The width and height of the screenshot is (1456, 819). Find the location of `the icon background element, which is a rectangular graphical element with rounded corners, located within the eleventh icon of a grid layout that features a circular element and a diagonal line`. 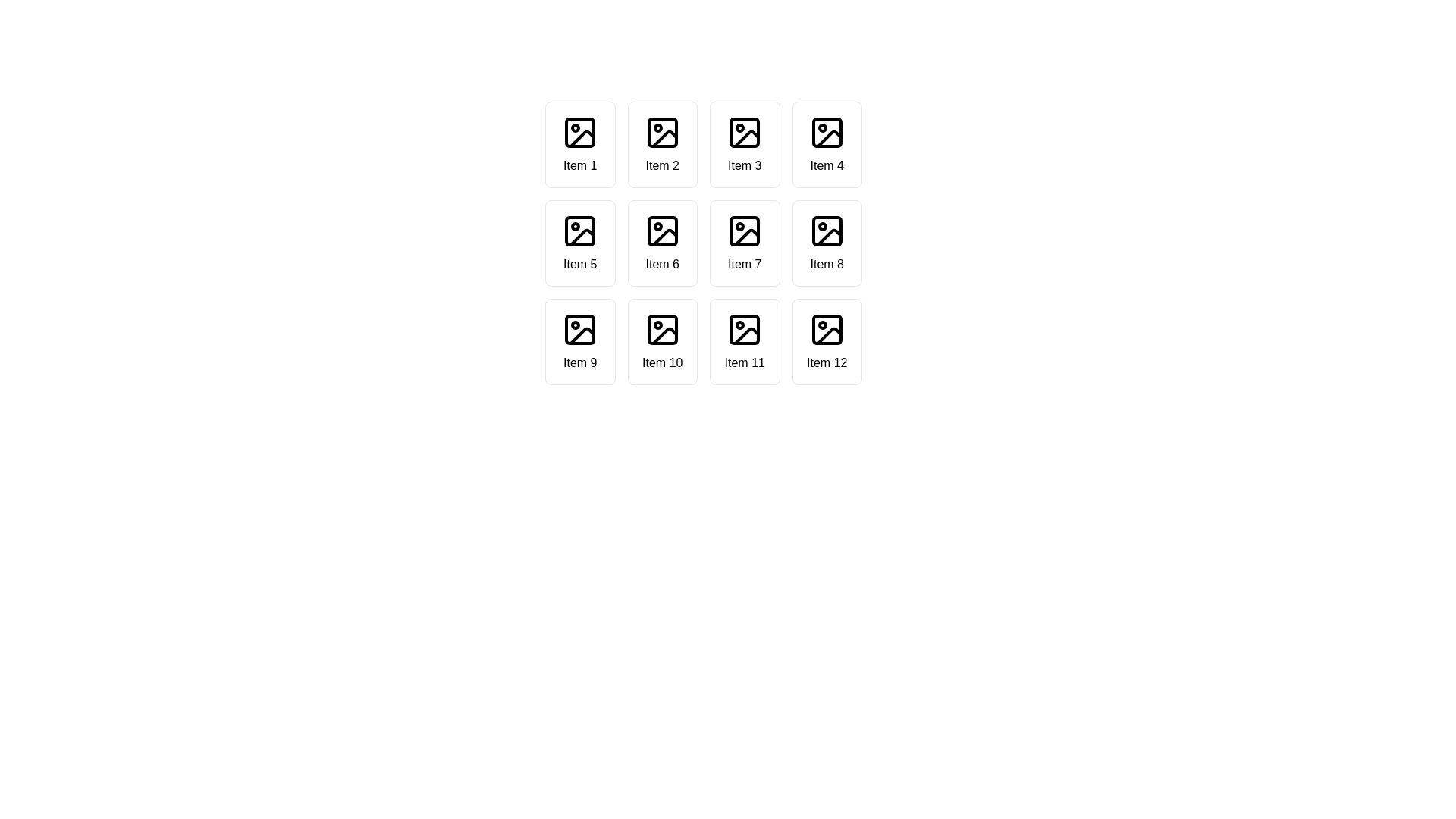

the icon background element, which is a rectangular graphical element with rounded corners, located within the eleventh icon of a grid layout that features a circular element and a diagonal line is located at coordinates (745, 329).